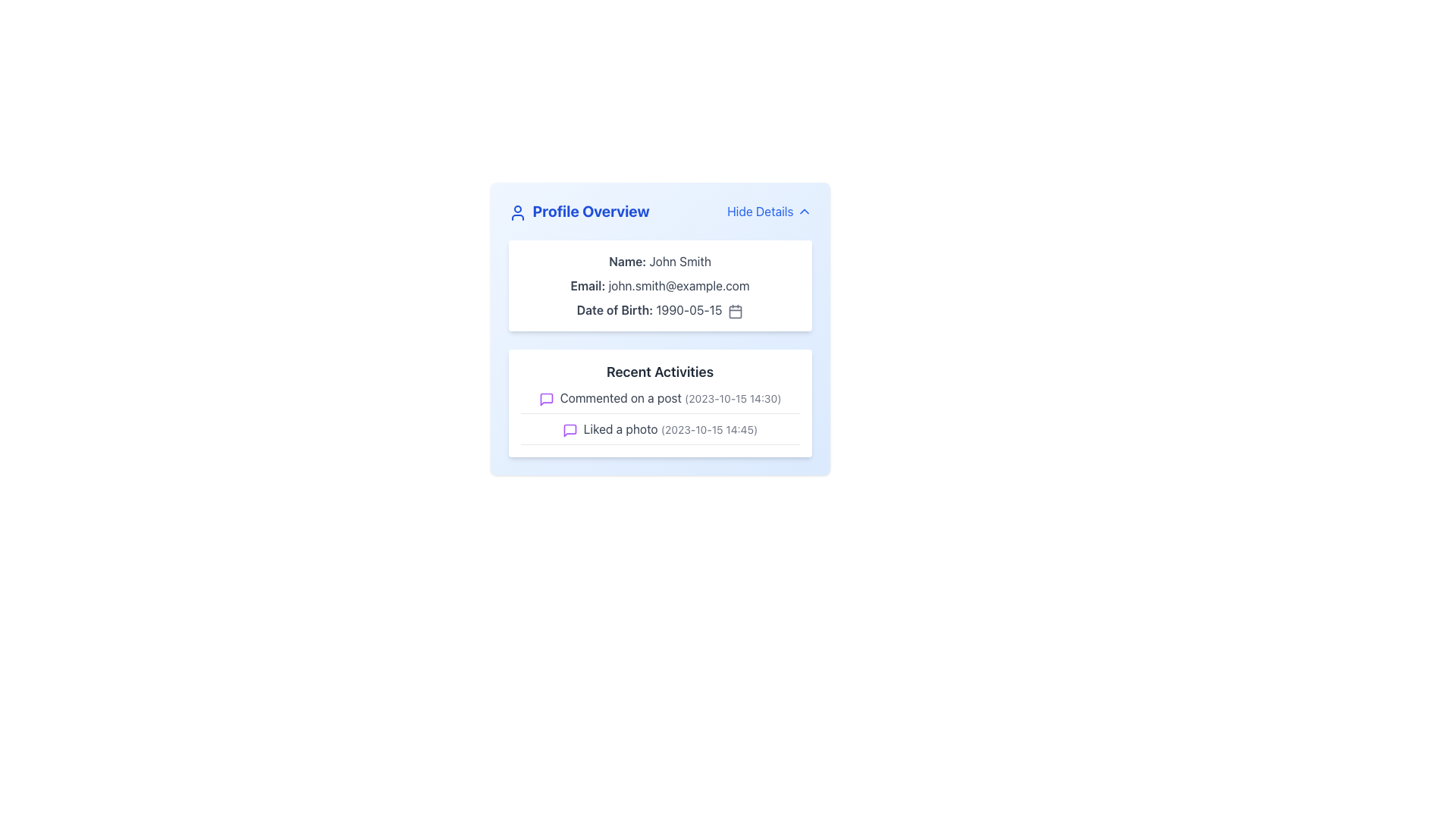  Describe the element at coordinates (660, 432) in the screenshot. I see `the activity log item indicating that the user liked a photo, which is the second item in the 'Recent Activities' list` at that location.